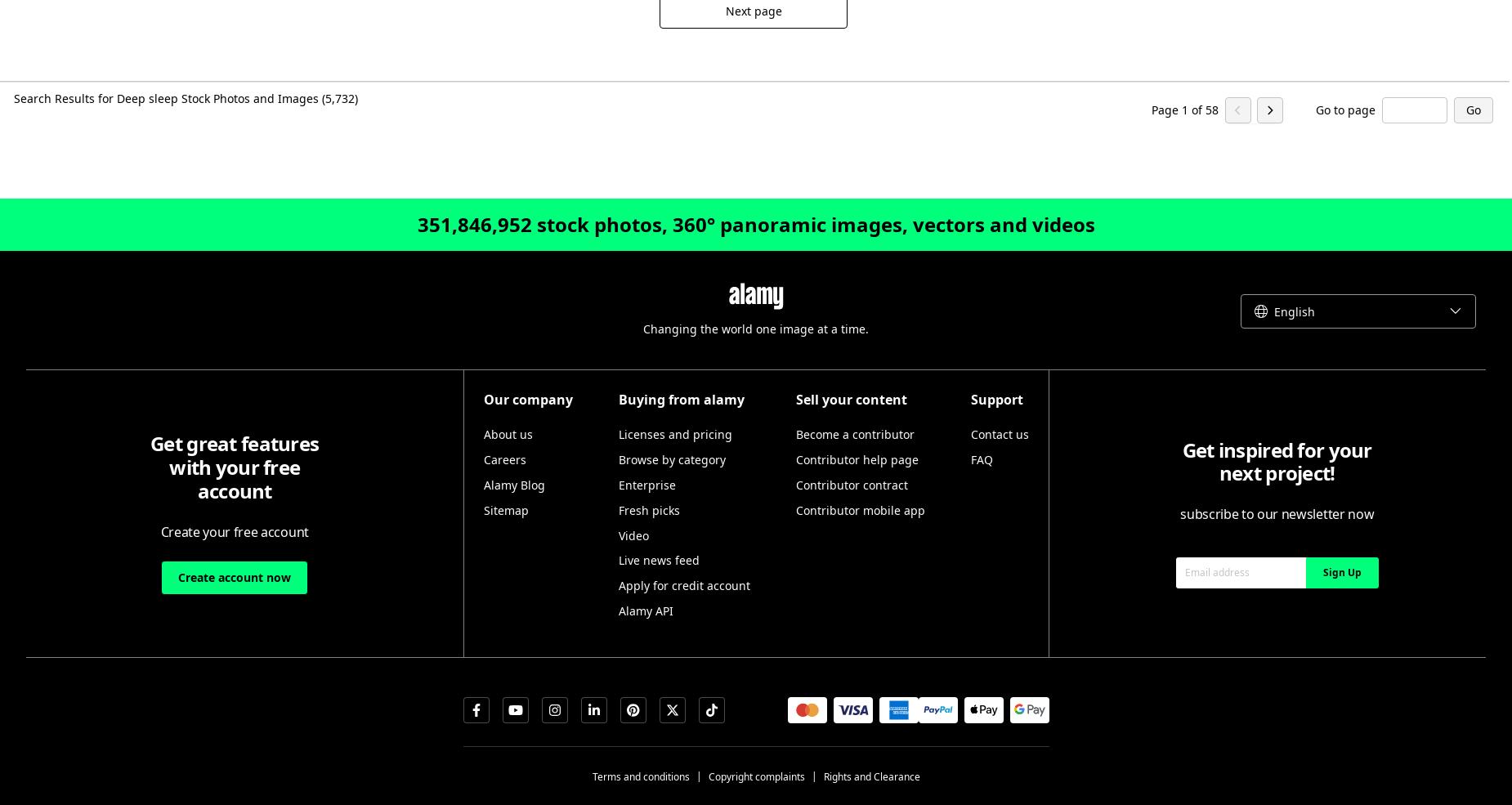  Describe the element at coordinates (1216, 571) in the screenshot. I see `'Email address'` at that location.